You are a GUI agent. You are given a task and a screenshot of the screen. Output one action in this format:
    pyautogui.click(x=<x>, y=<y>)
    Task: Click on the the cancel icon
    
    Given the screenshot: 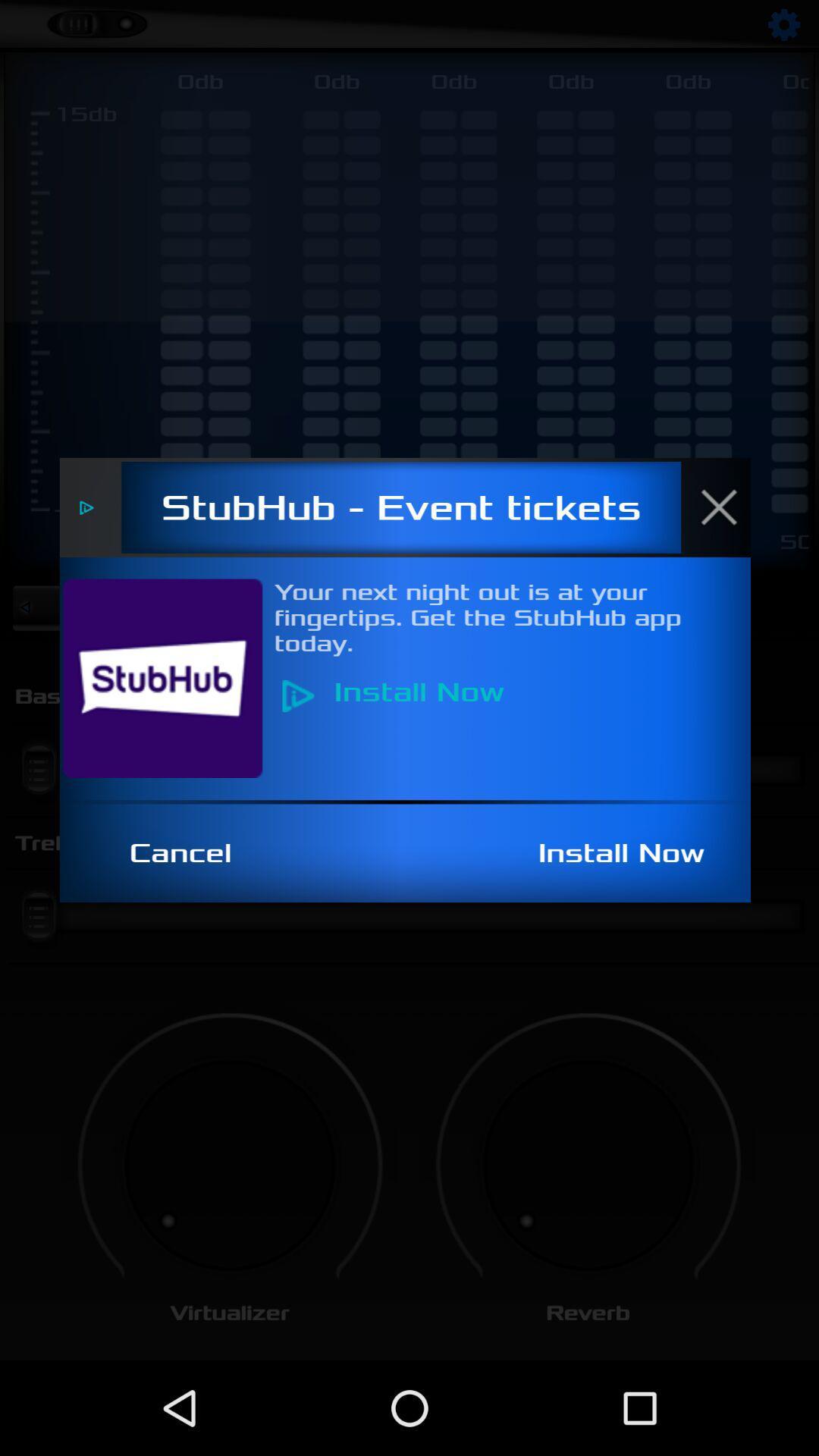 What is the action you would take?
    pyautogui.click(x=188, y=853)
    